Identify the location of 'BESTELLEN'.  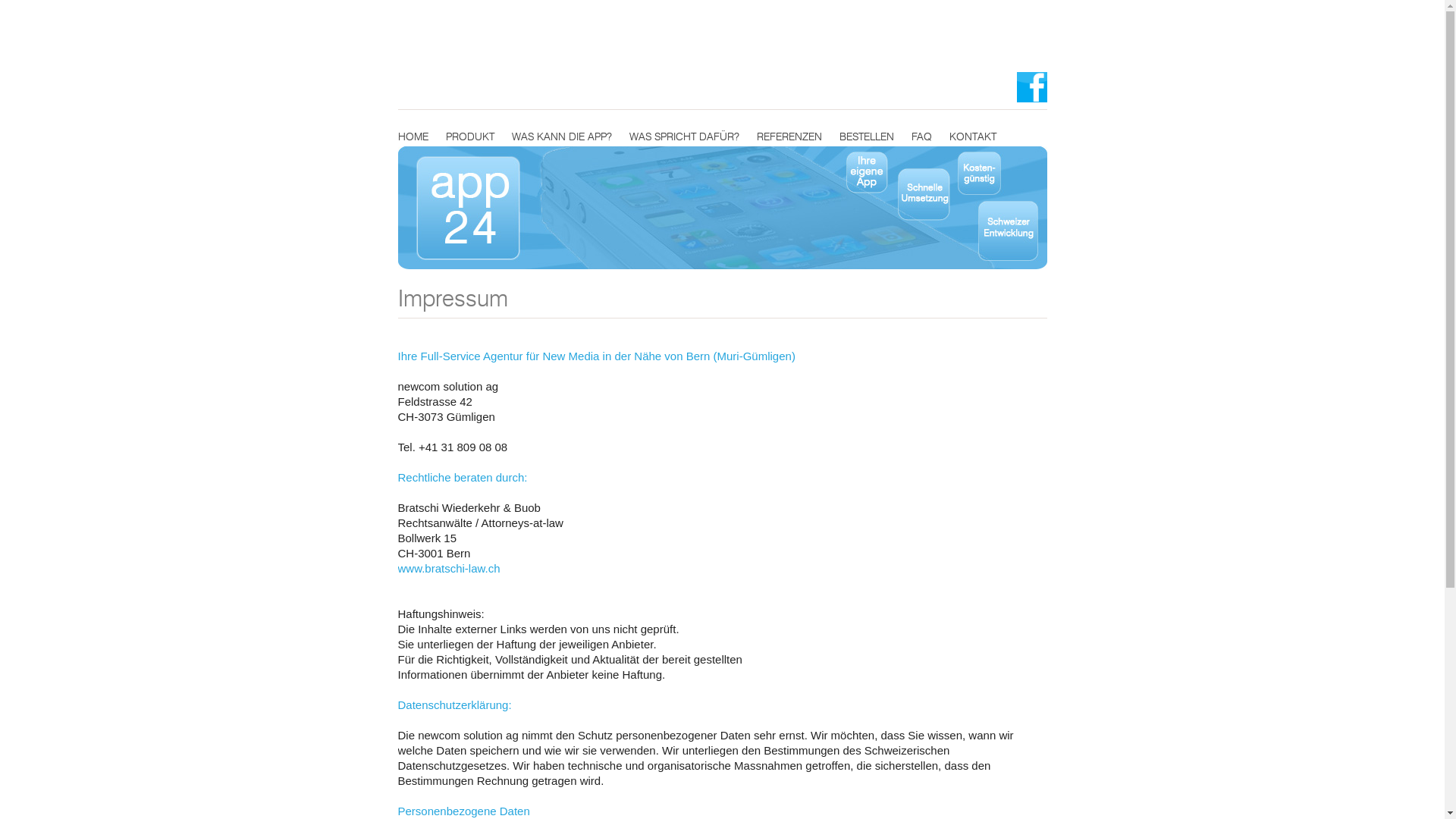
(866, 137).